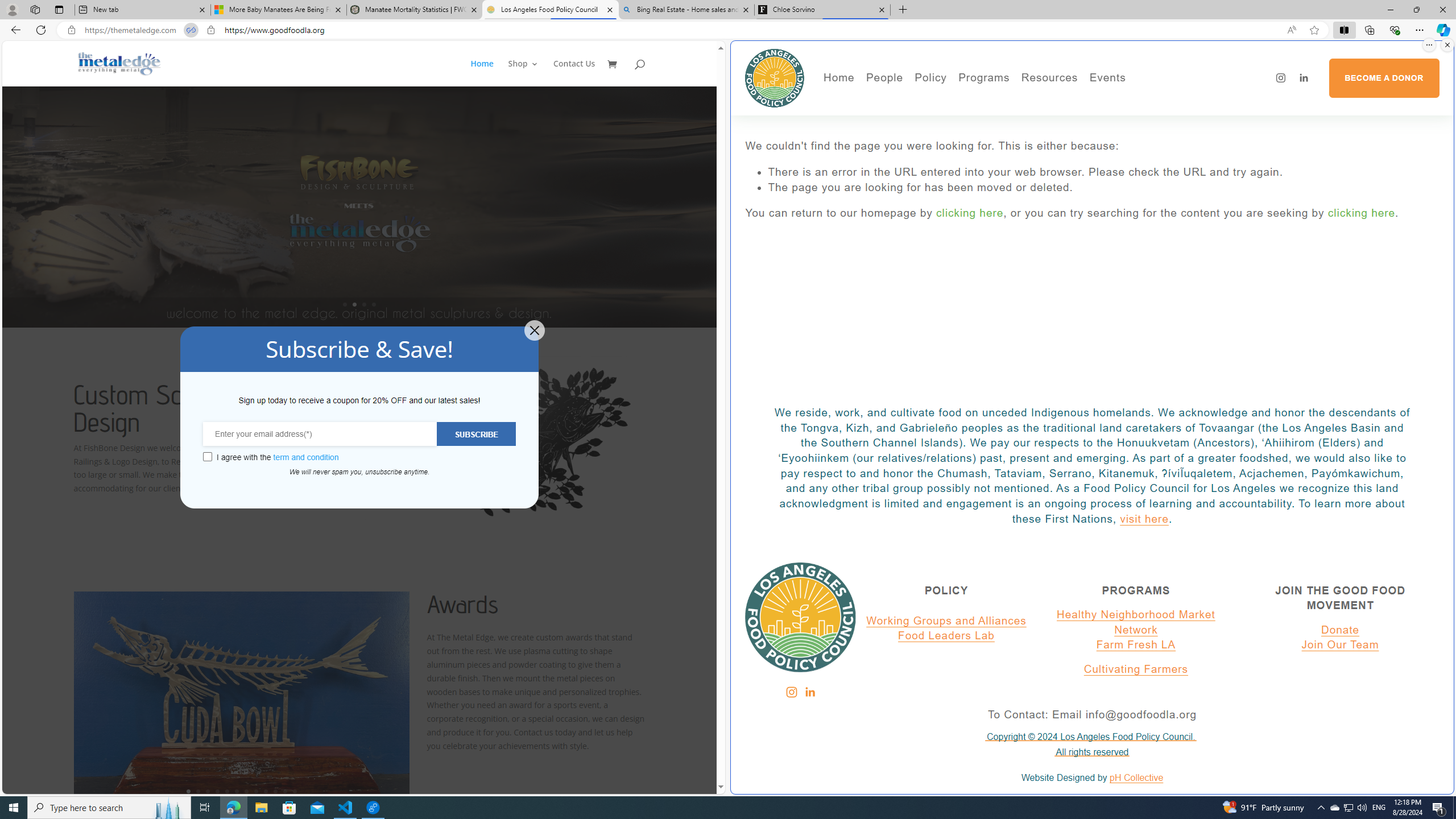 The height and width of the screenshot is (819, 1456). What do you see at coordinates (1136, 644) in the screenshot?
I see `'Farm Fresh LA'` at bounding box center [1136, 644].